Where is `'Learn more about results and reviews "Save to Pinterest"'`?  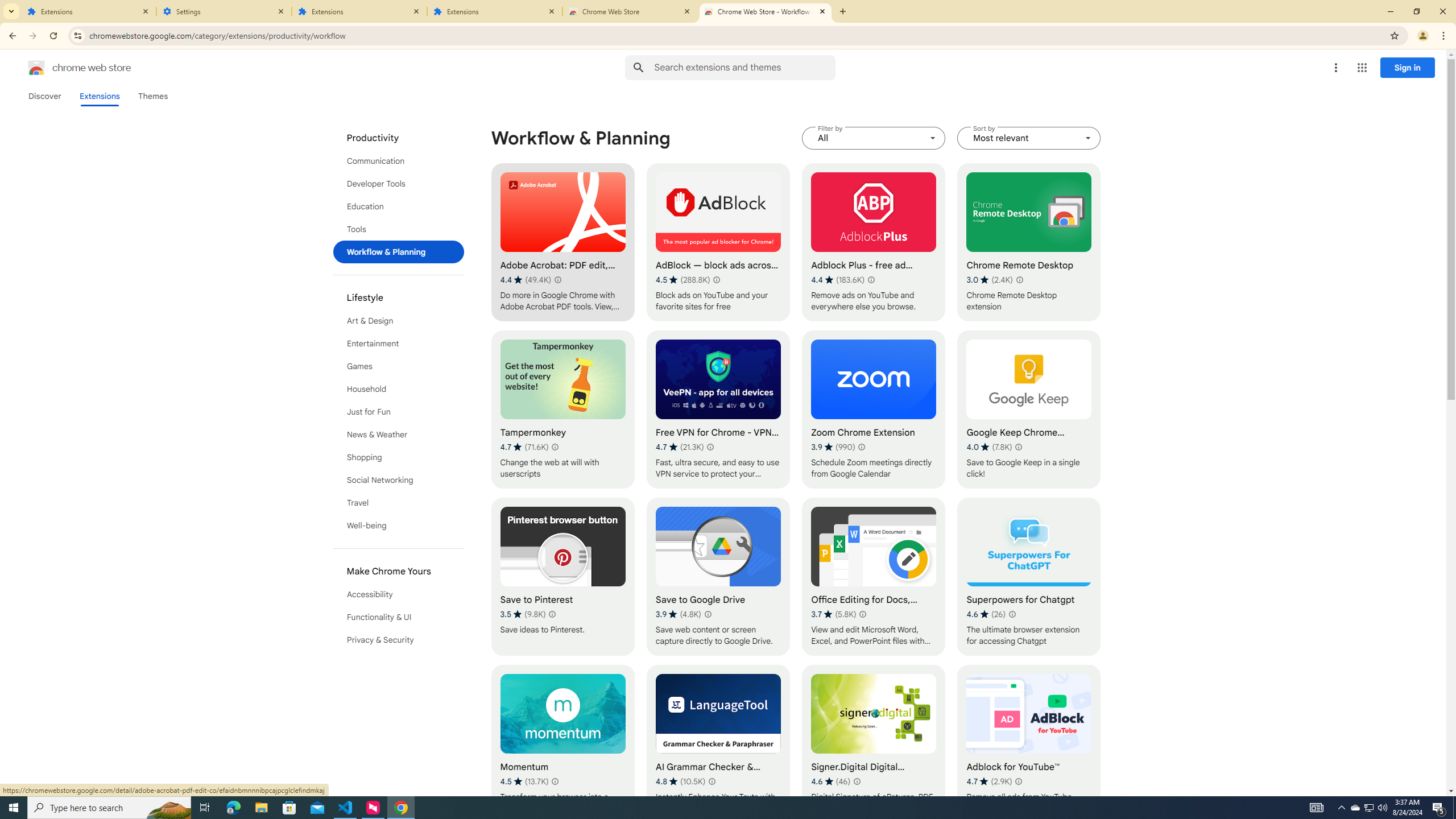
'Learn more about results and reviews "Save to Pinterest"' is located at coordinates (552, 614).